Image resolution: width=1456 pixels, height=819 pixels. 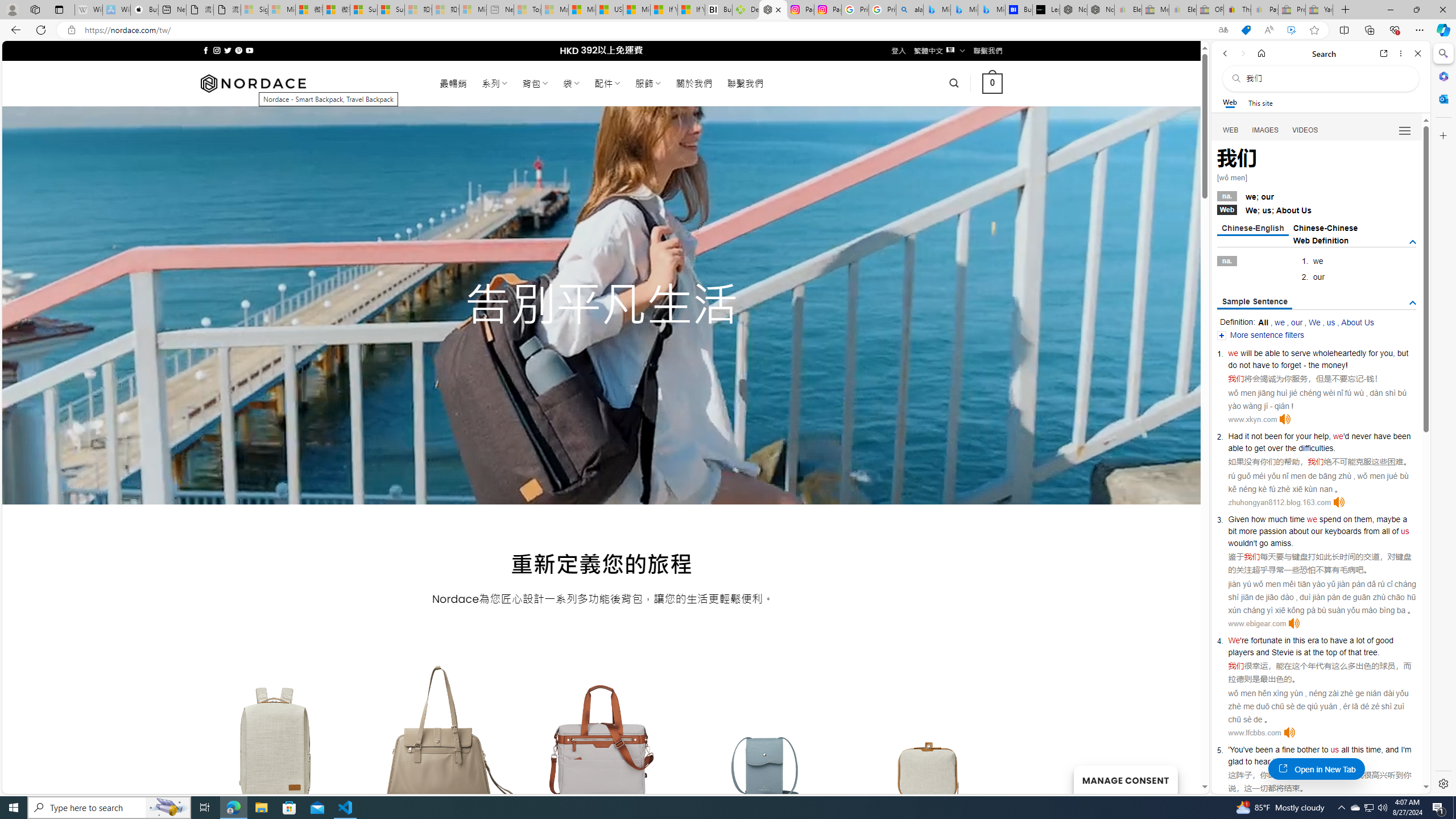 What do you see at coordinates (1319, 9) in the screenshot?
I see `'Yard, Garden & Outdoor Living - Sleeping'` at bounding box center [1319, 9].